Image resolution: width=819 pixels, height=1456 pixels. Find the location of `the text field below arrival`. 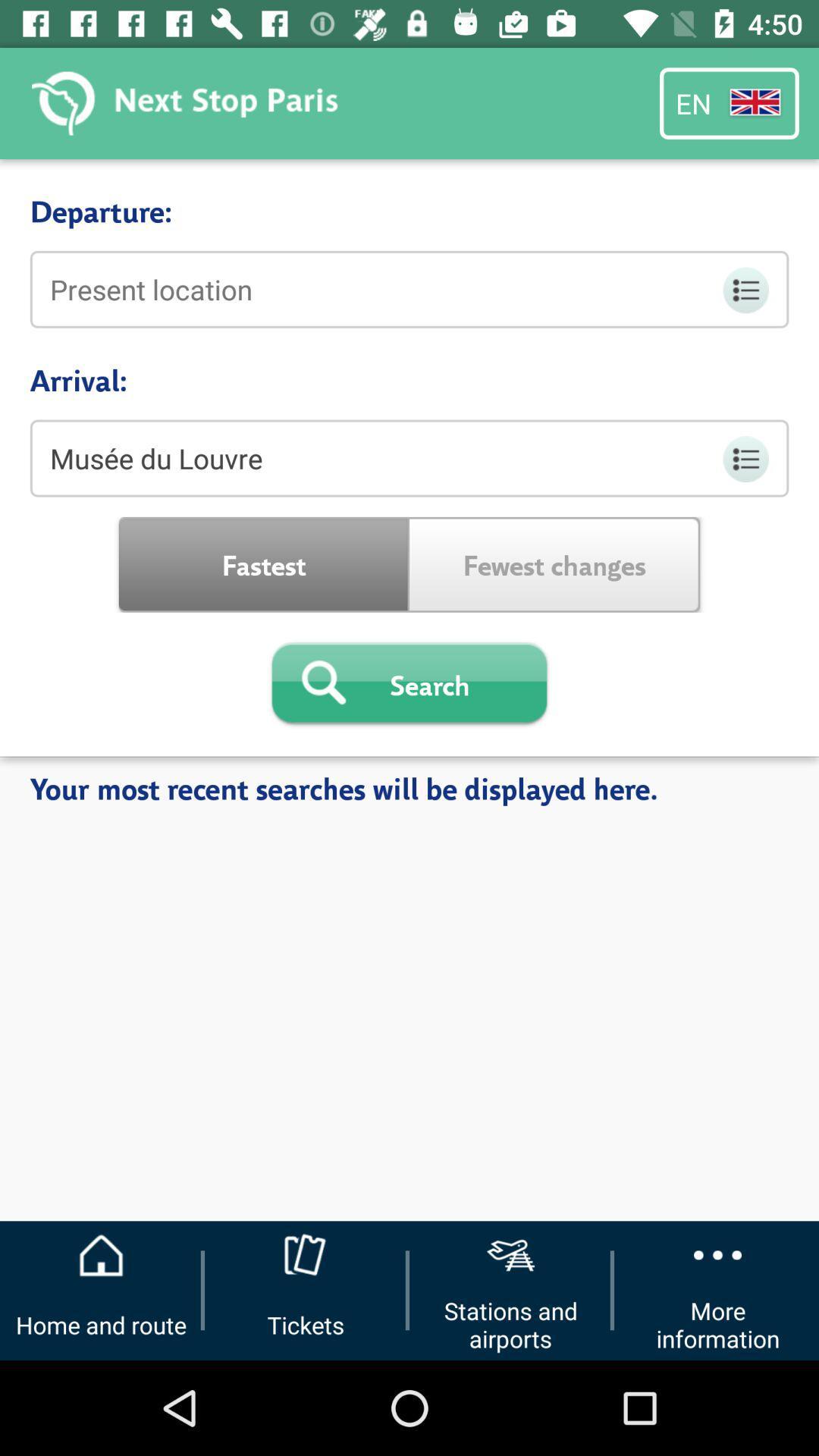

the text field below arrival is located at coordinates (409, 457).